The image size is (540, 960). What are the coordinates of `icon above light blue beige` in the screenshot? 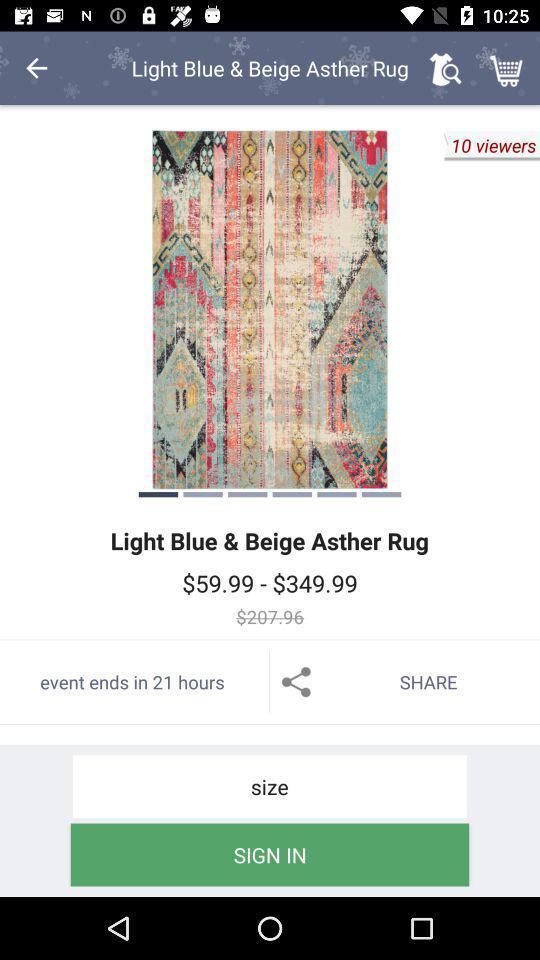 It's located at (270, 309).